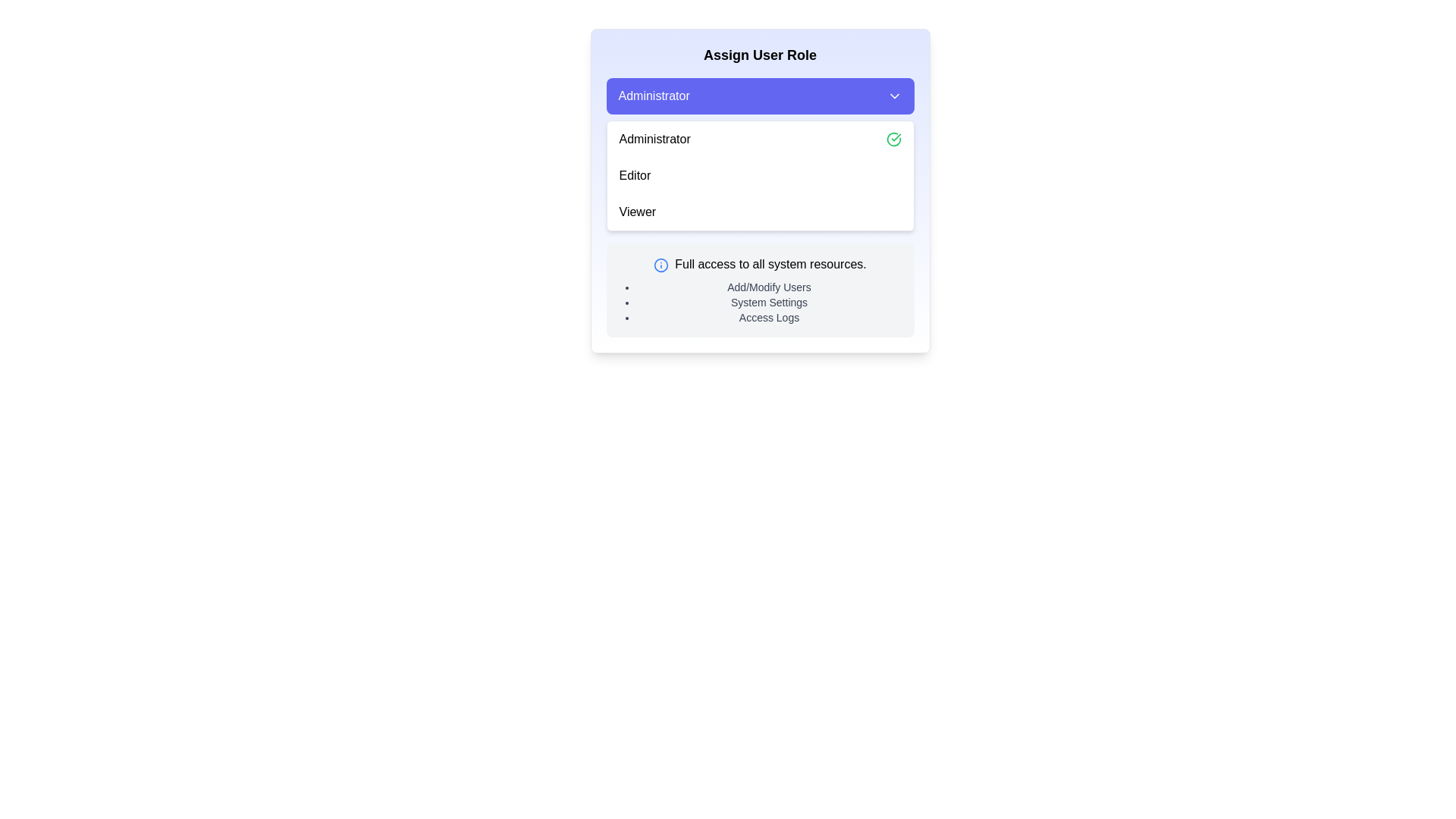  Describe the element at coordinates (760, 96) in the screenshot. I see `the interactive dropdown button located in the upper middle area of the 'Assign User Role' panel` at that location.